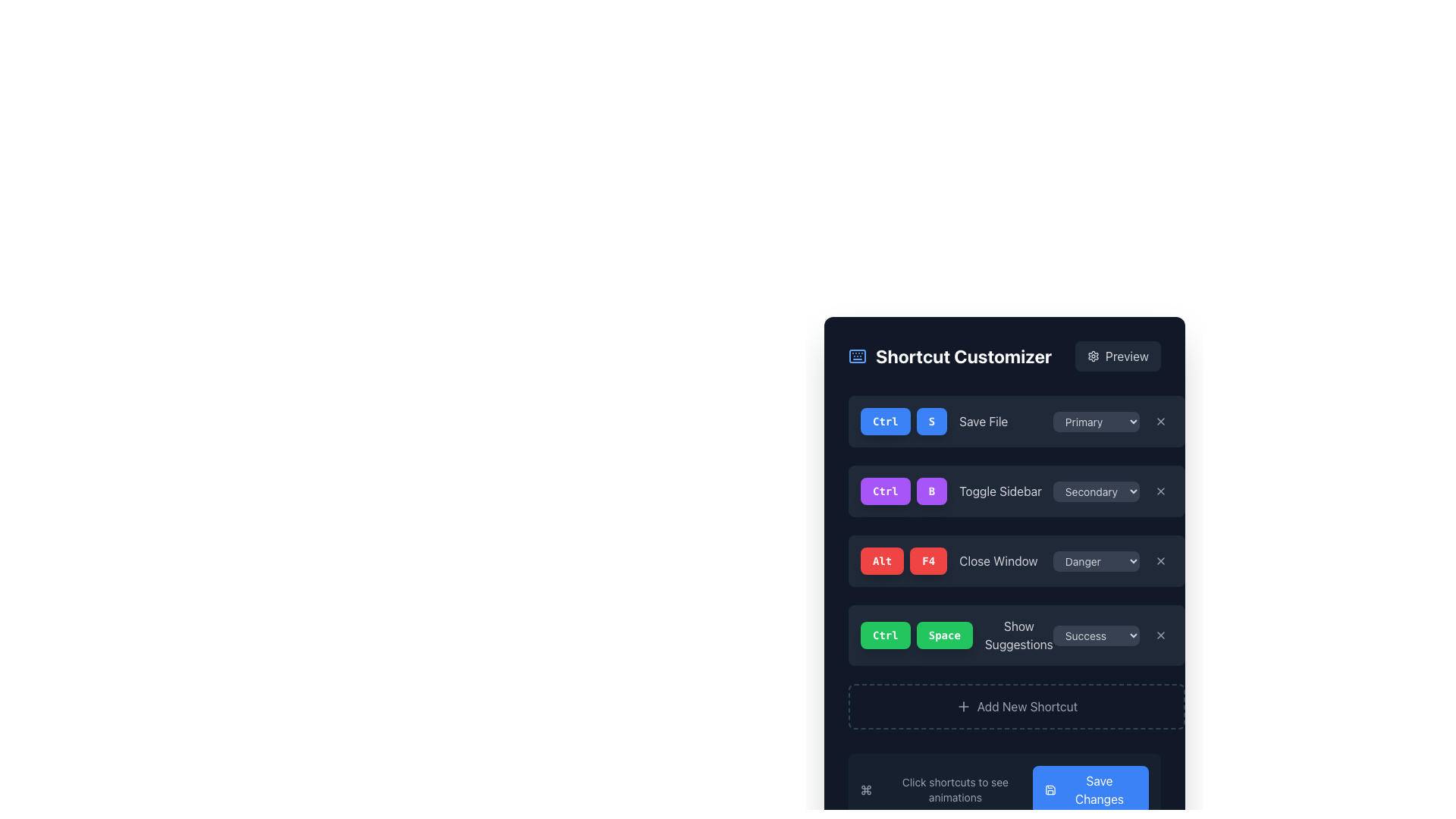 The width and height of the screenshot is (1456, 819). I want to click on the Text Label indicating the context for customizing shortcuts, positioned near the top-left section to the right of a keyboard icon, so click(963, 356).